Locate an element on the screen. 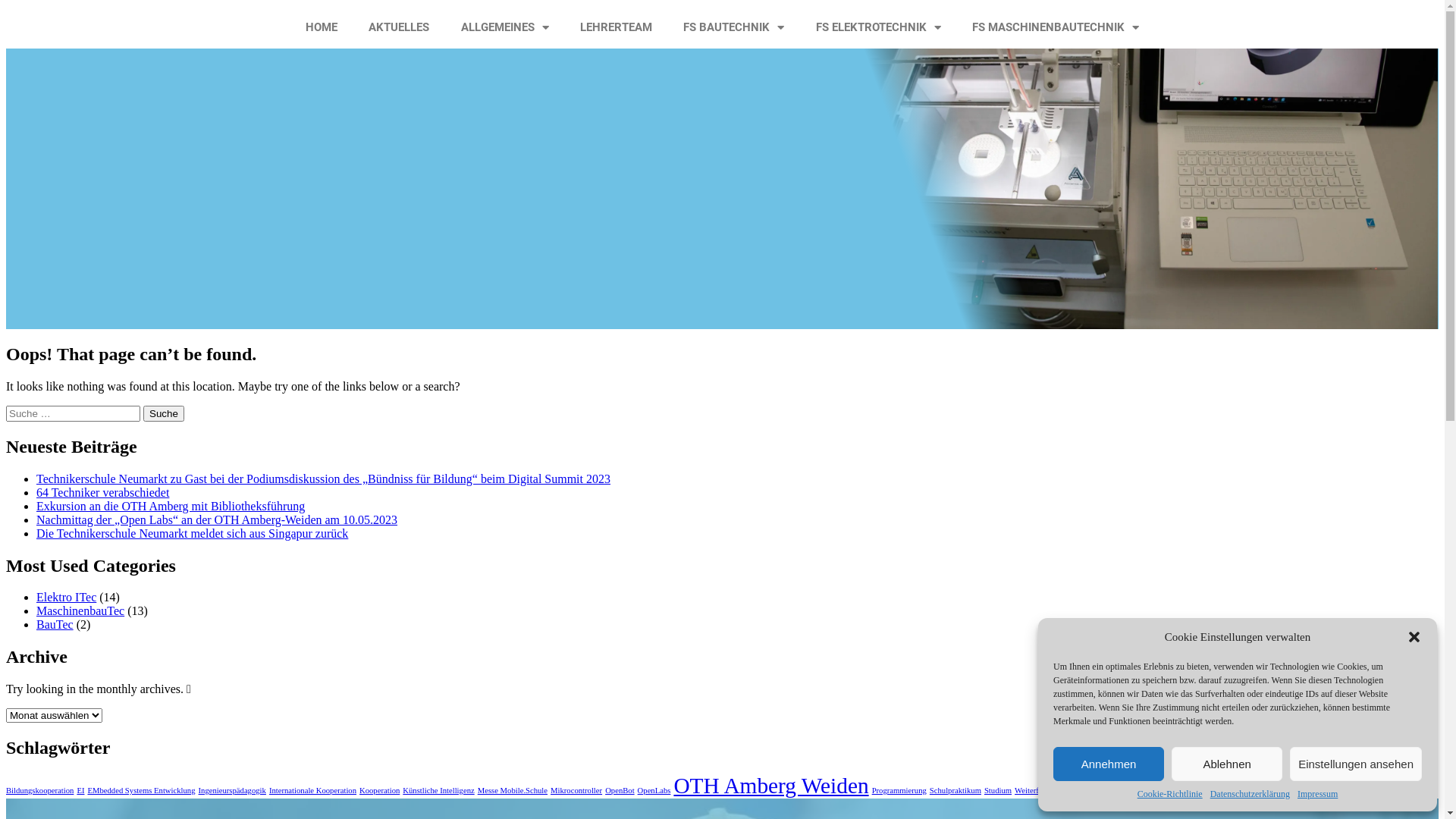 The width and height of the screenshot is (1456, 819). '64 Techniker verabschiedet' is located at coordinates (102, 492).